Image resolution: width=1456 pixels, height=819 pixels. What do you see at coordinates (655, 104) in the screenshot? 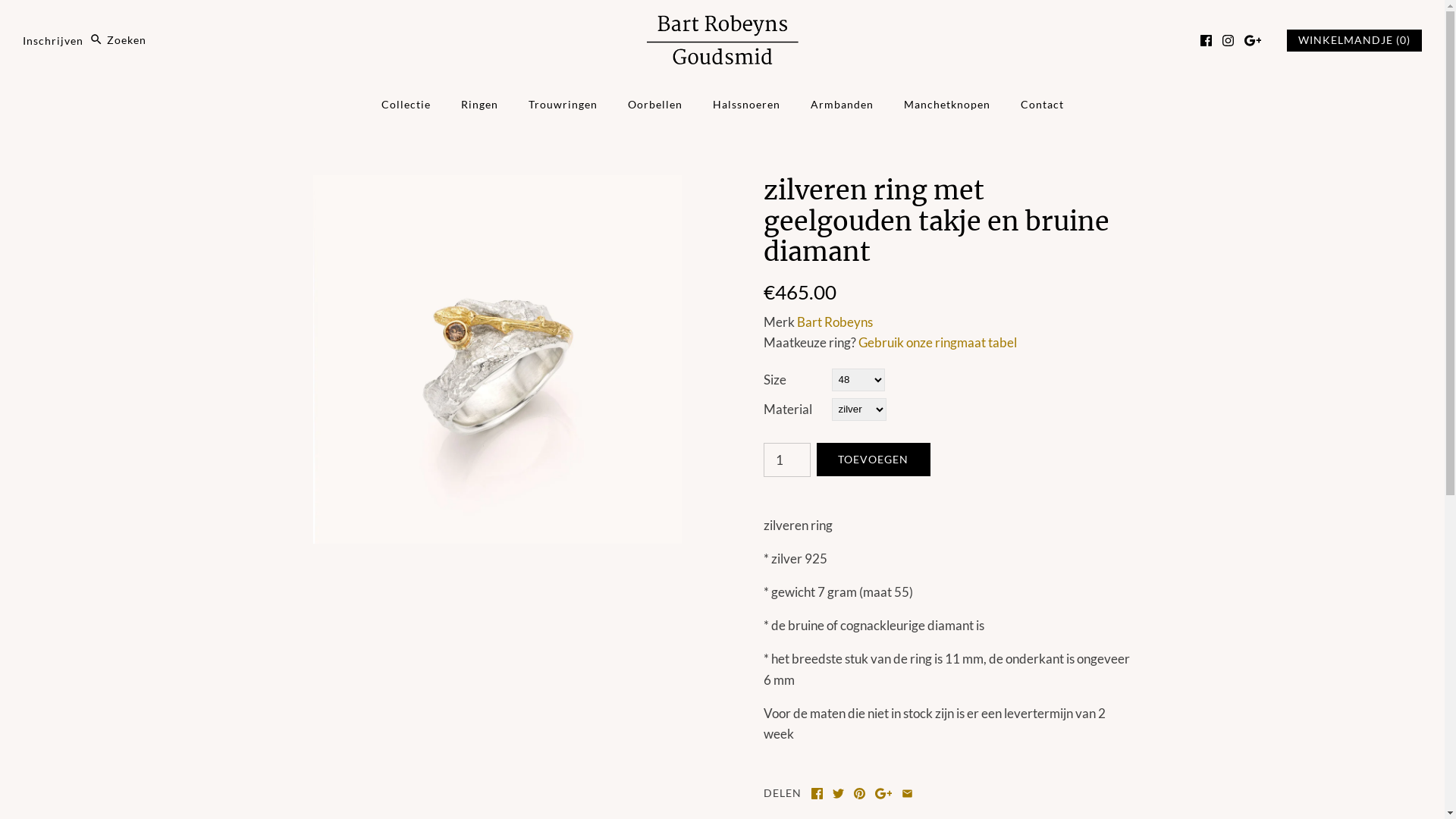
I see `'Oorbellen'` at bounding box center [655, 104].